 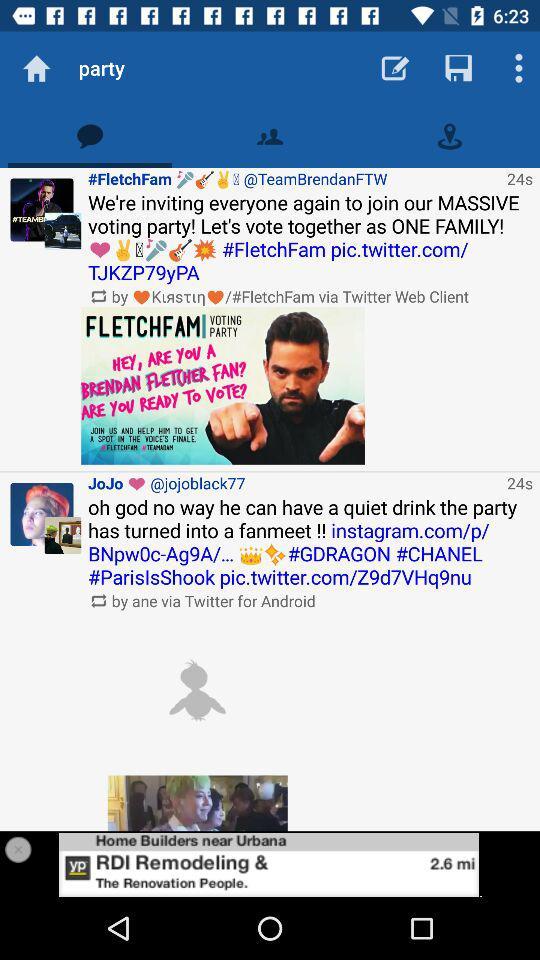 What do you see at coordinates (449, 135) in the screenshot?
I see `location` at bounding box center [449, 135].